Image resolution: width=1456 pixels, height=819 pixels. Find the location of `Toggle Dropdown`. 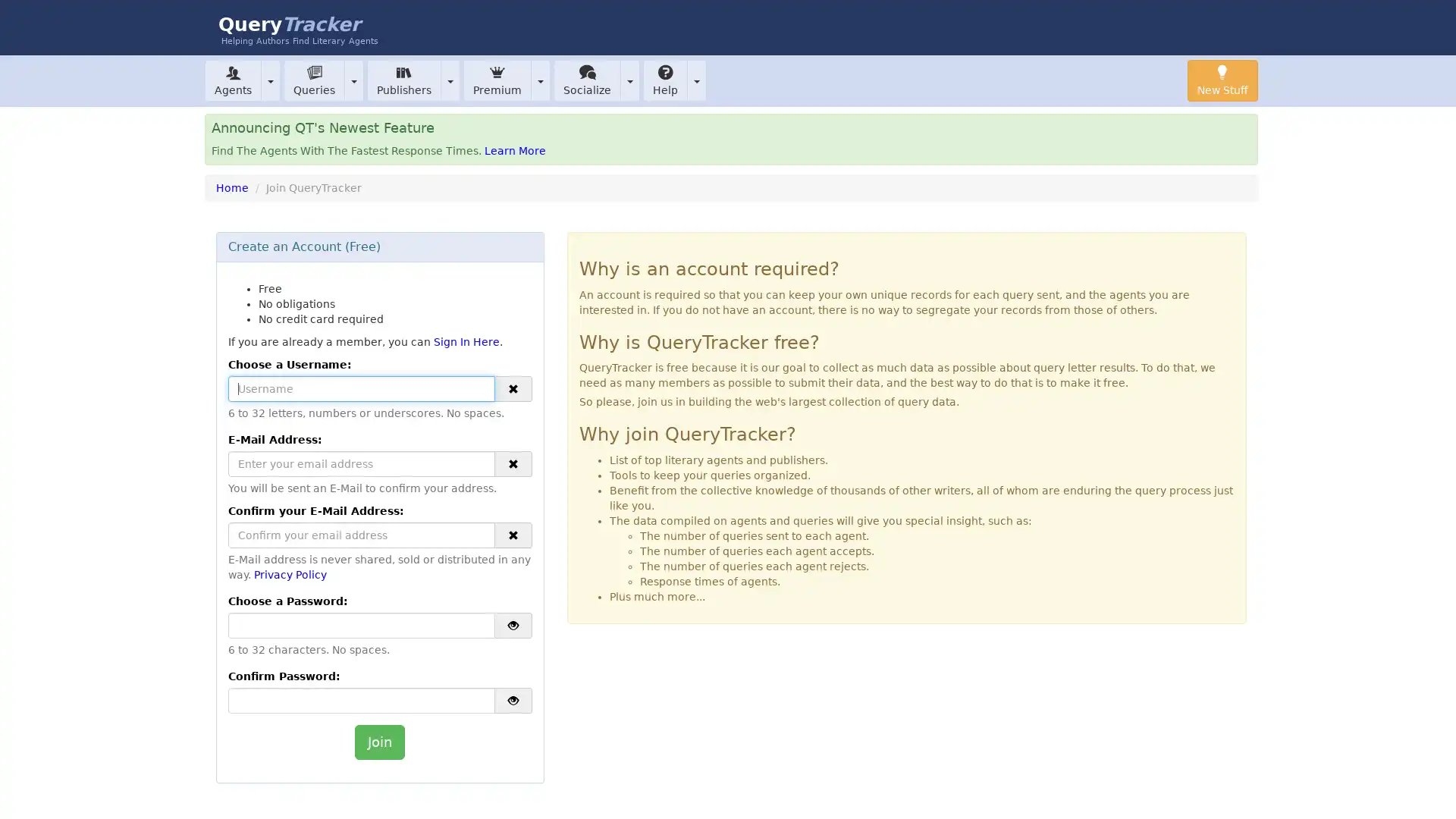

Toggle Dropdown is located at coordinates (450, 80).